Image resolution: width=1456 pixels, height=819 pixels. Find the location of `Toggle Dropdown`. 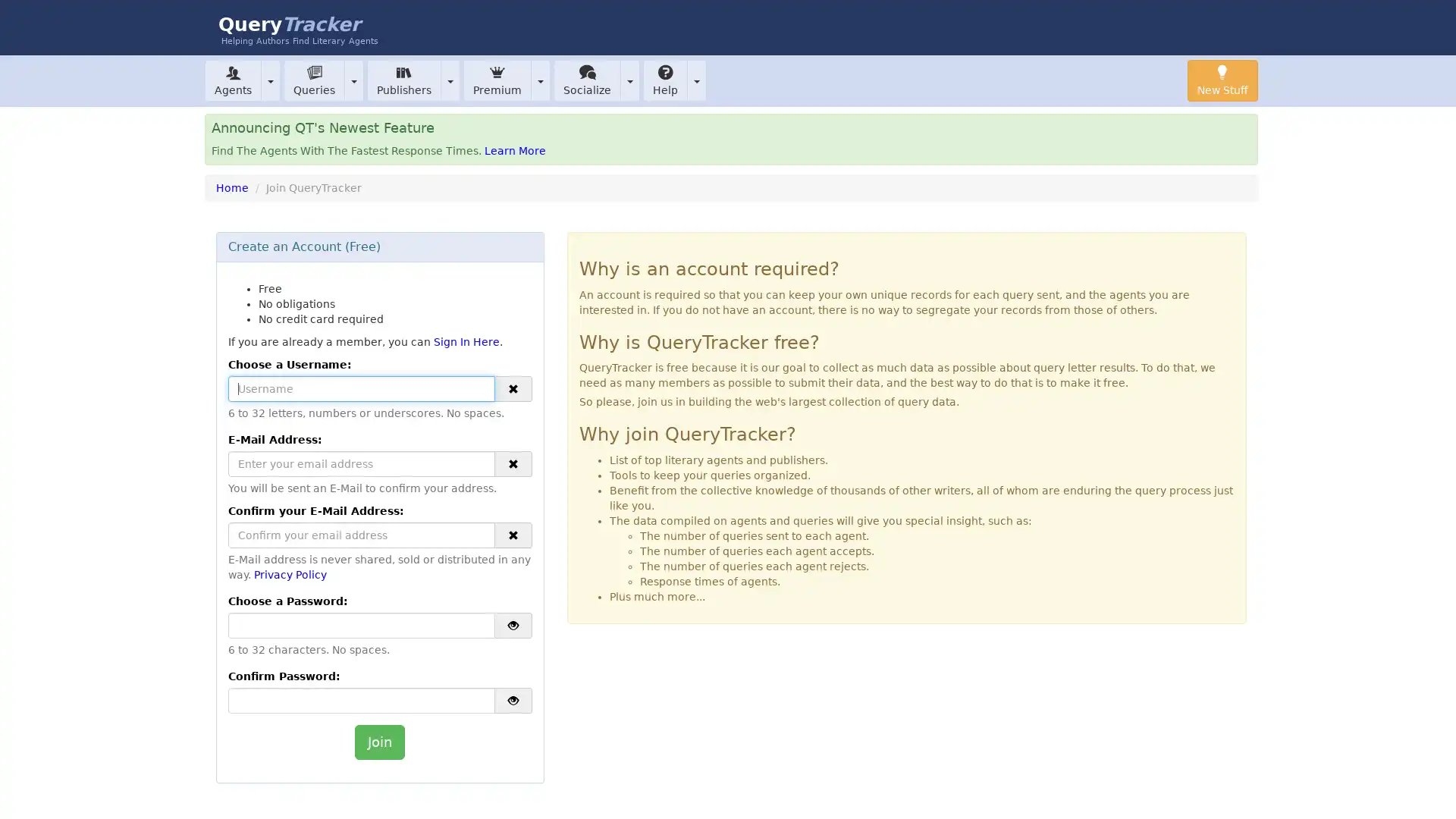

Toggle Dropdown is located at coordinates (450, 80).